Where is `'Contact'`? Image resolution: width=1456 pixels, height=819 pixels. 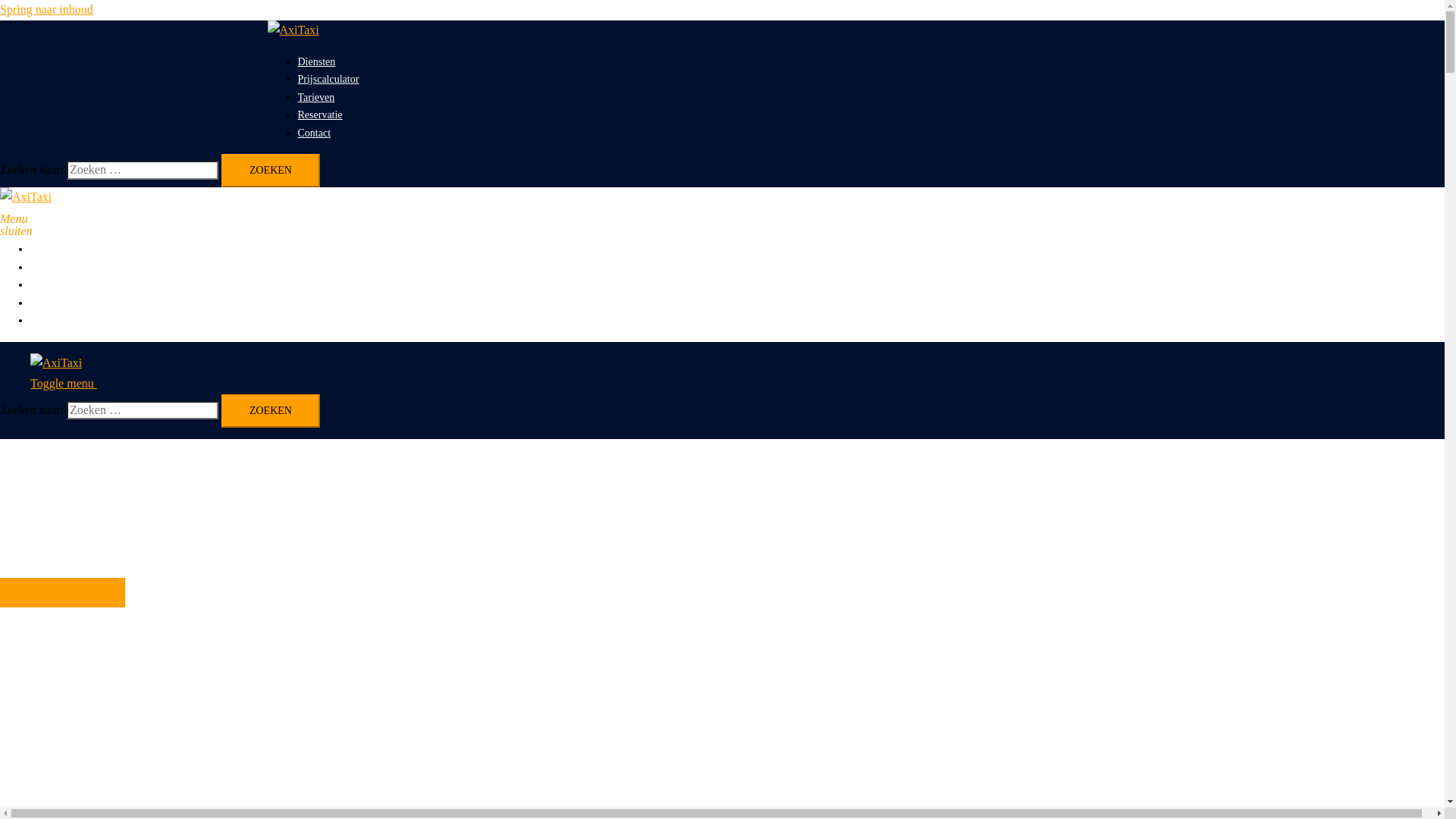 'Contact' is located at coordinates (47, 319).